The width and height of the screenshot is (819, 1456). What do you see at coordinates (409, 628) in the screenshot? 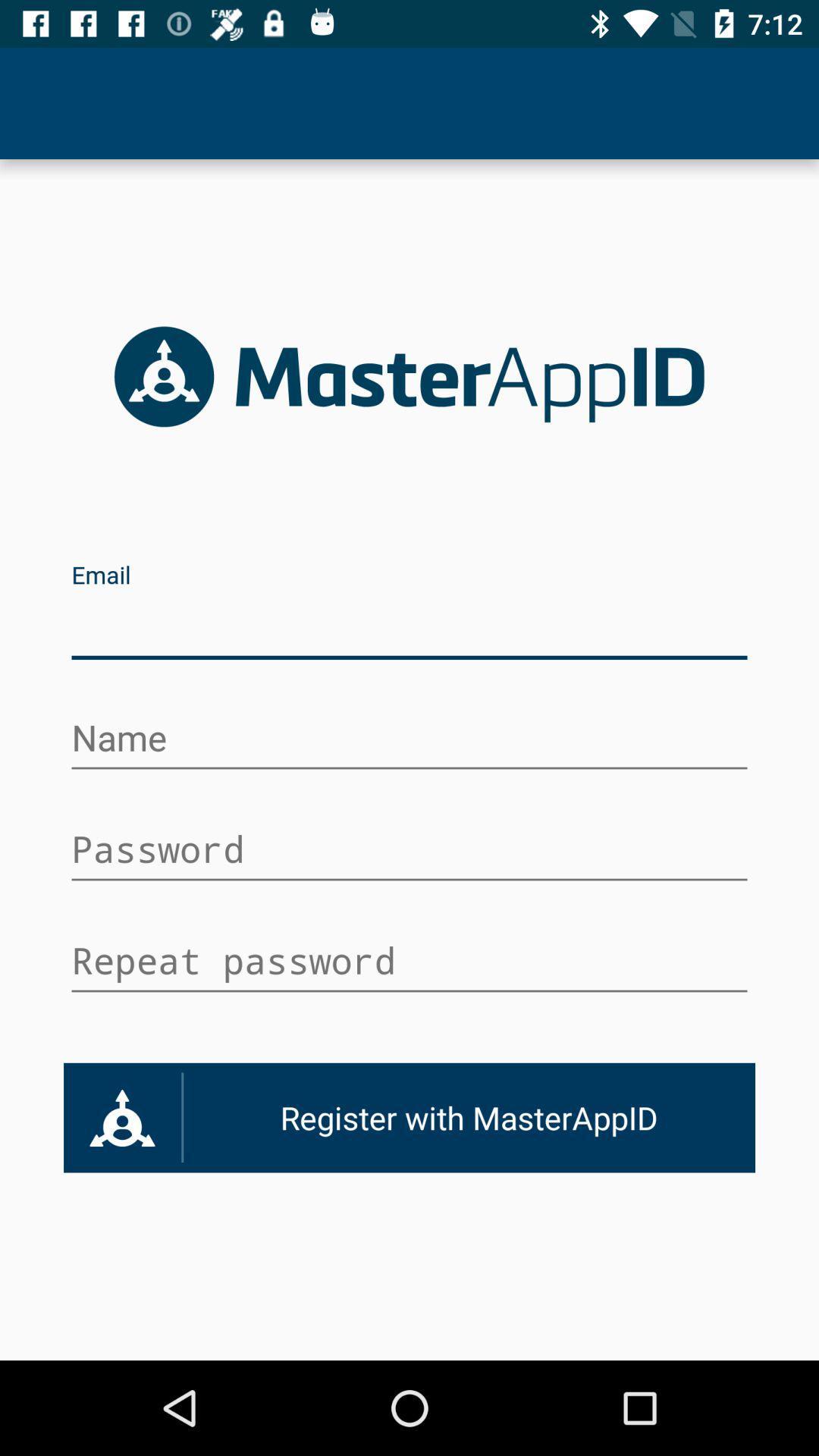
I see `email` at bounding box center [409, 628].